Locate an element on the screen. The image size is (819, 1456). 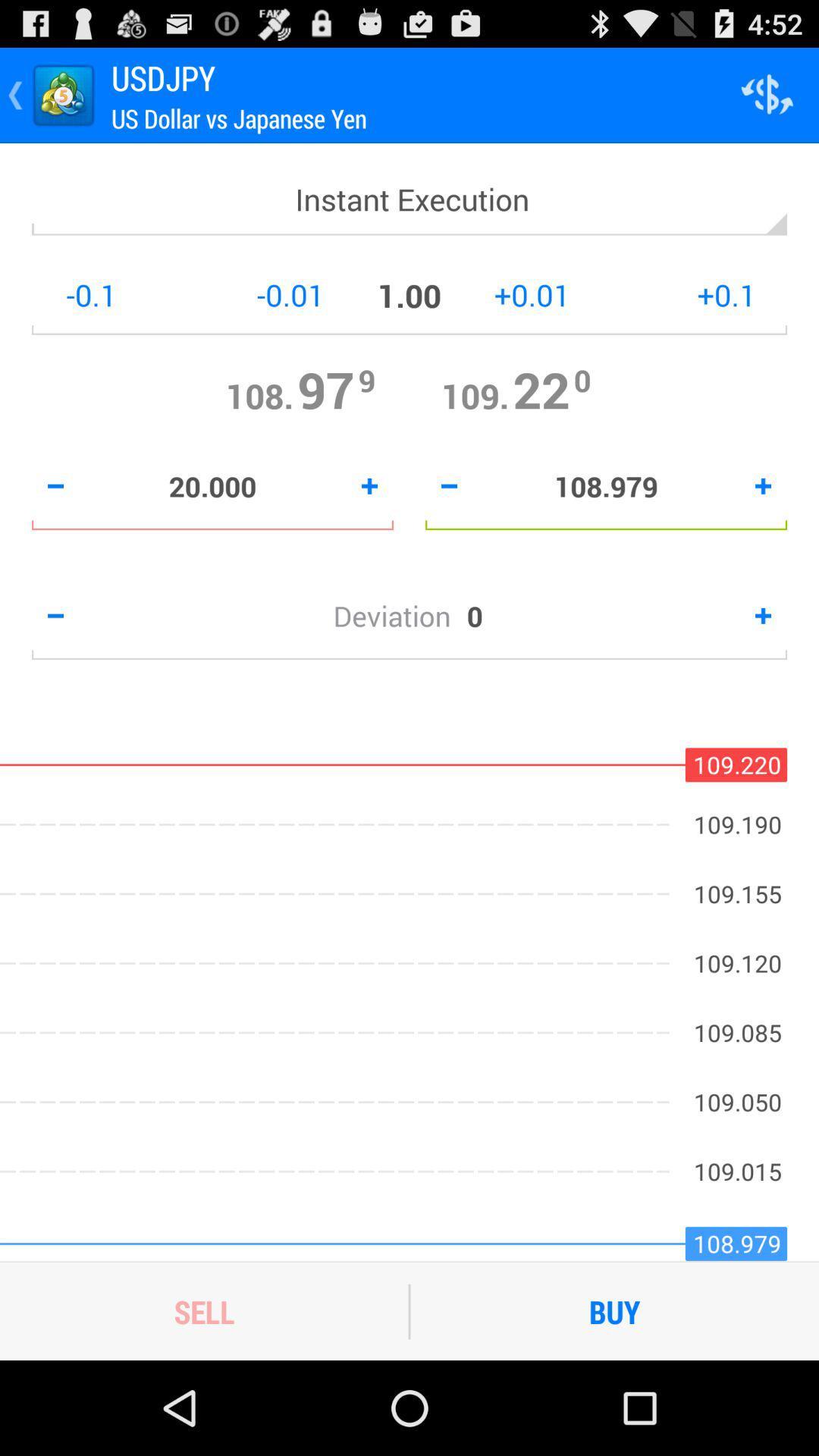
20.000 icon is located at coordinates (212, 486).